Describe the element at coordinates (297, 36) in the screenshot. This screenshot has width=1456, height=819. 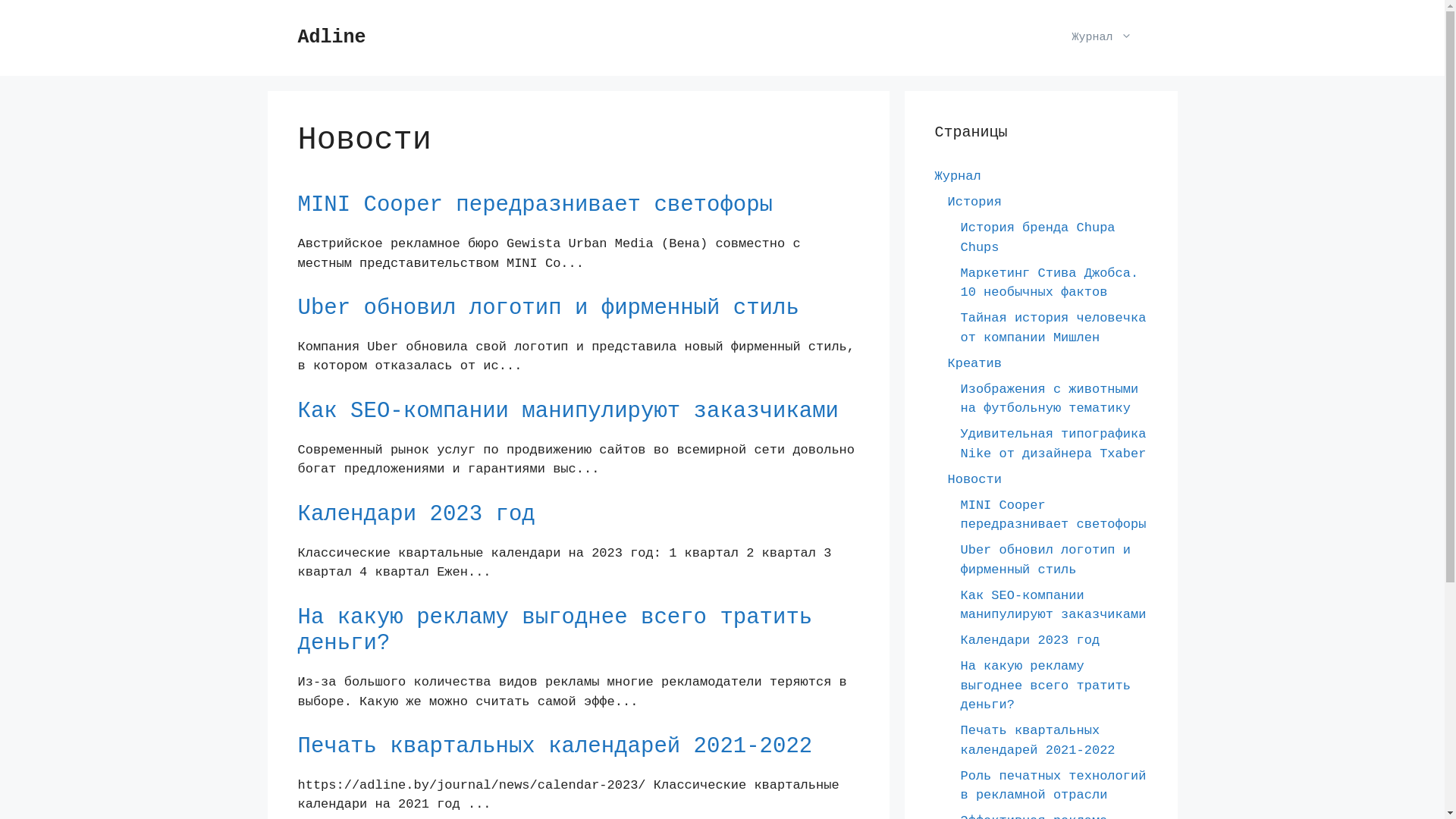
I see `'Adline'` at that location.